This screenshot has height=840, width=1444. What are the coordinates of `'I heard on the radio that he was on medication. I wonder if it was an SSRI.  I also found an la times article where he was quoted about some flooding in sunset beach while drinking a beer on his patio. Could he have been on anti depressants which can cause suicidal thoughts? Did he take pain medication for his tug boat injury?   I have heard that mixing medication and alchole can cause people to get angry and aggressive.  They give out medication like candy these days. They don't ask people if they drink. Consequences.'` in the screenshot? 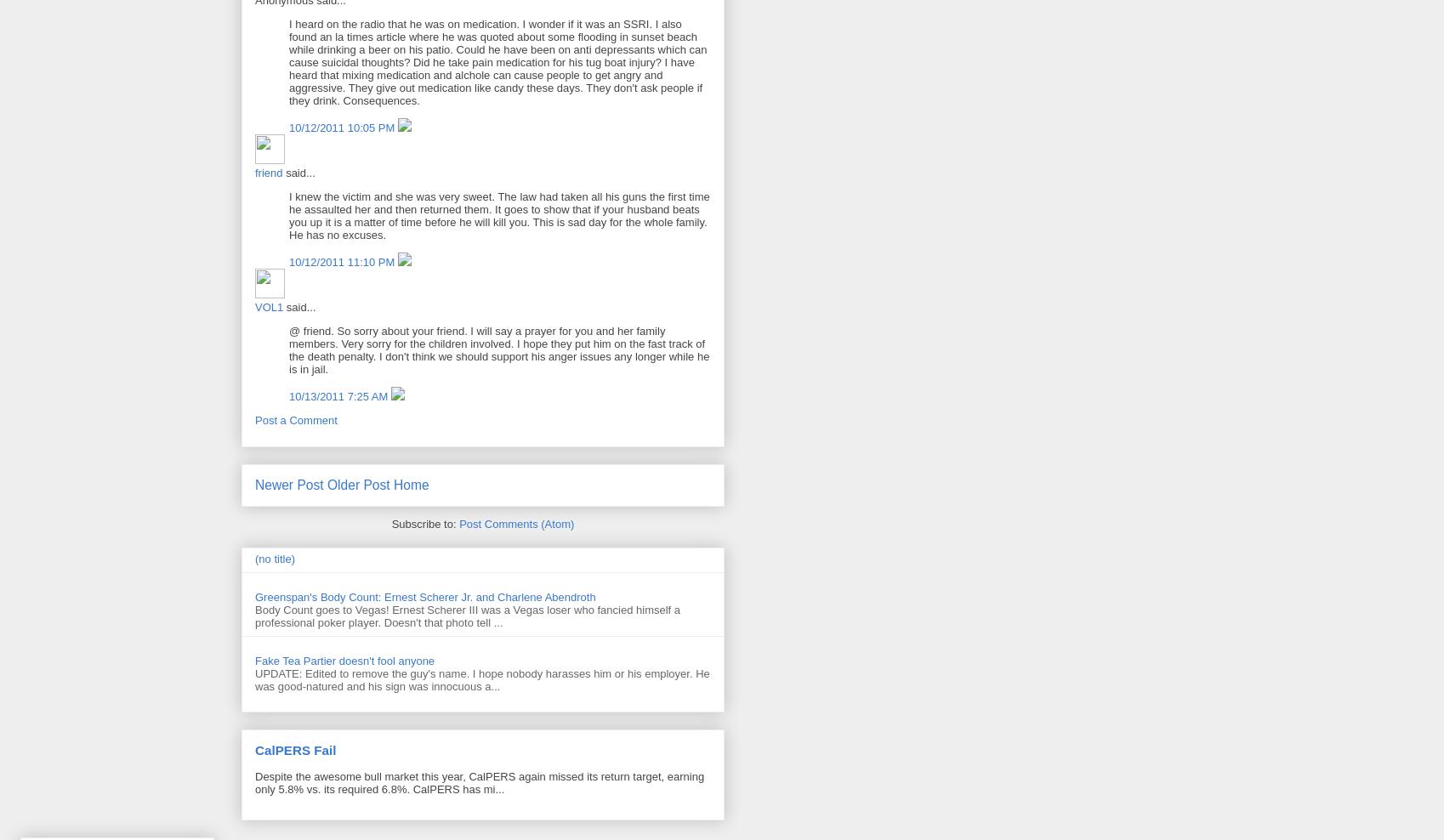 It's located at (497, 61).